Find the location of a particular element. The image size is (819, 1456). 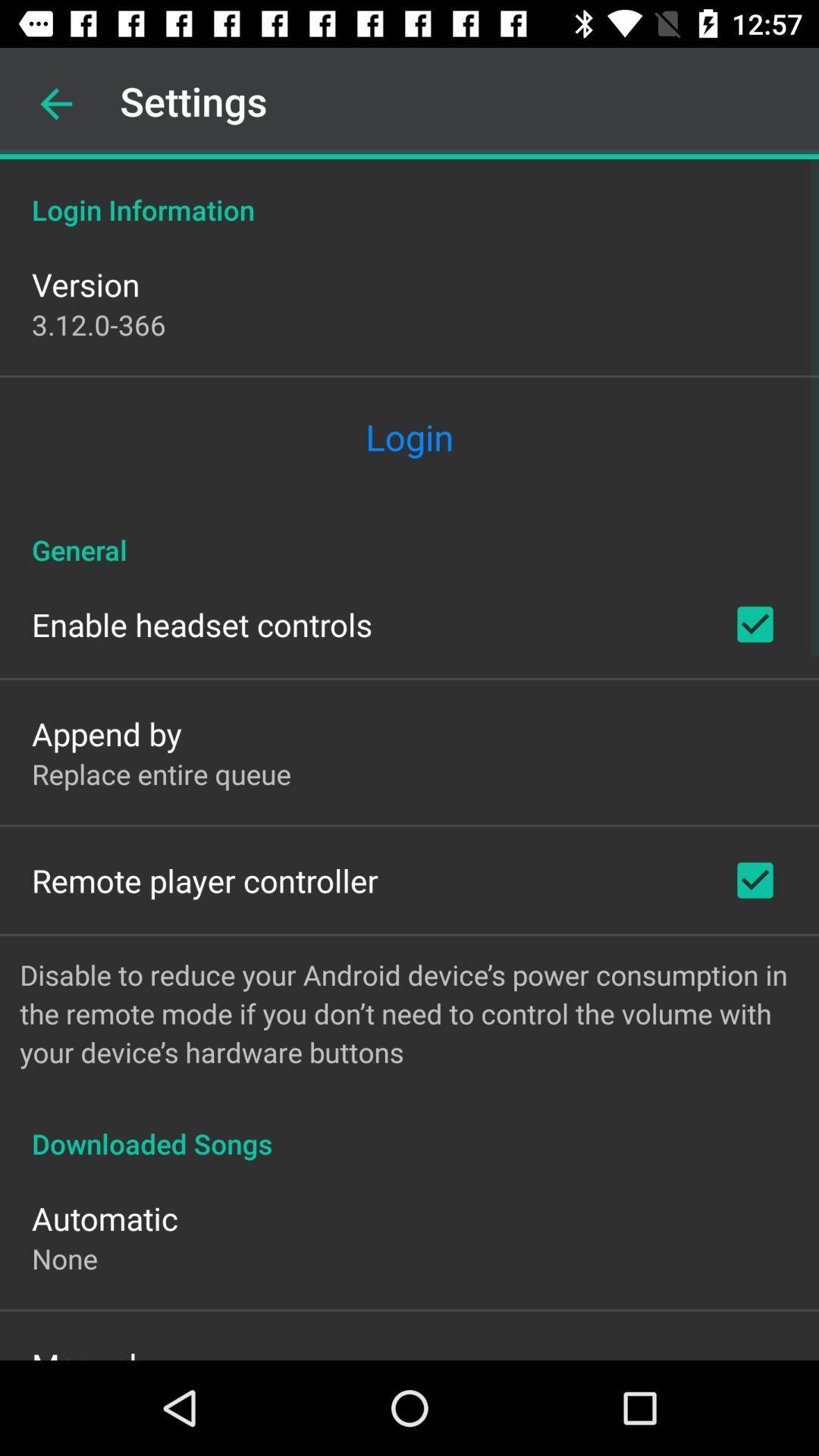

3 12 0 is located at coordinates (99, 324).